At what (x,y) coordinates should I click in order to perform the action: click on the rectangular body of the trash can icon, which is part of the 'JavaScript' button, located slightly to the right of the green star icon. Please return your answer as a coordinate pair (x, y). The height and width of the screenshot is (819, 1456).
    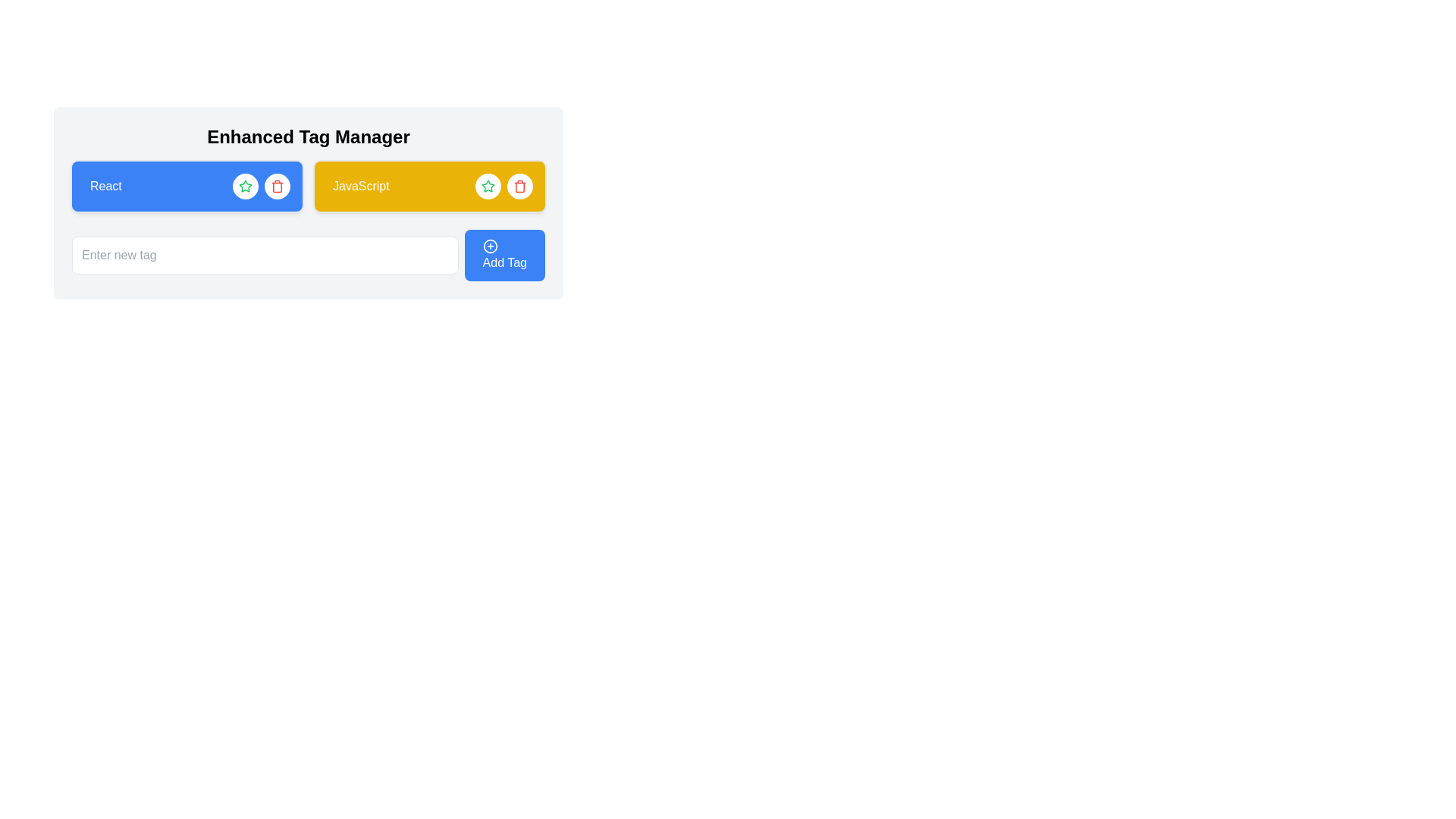
    Looking at the image, I should click on (277, 187).